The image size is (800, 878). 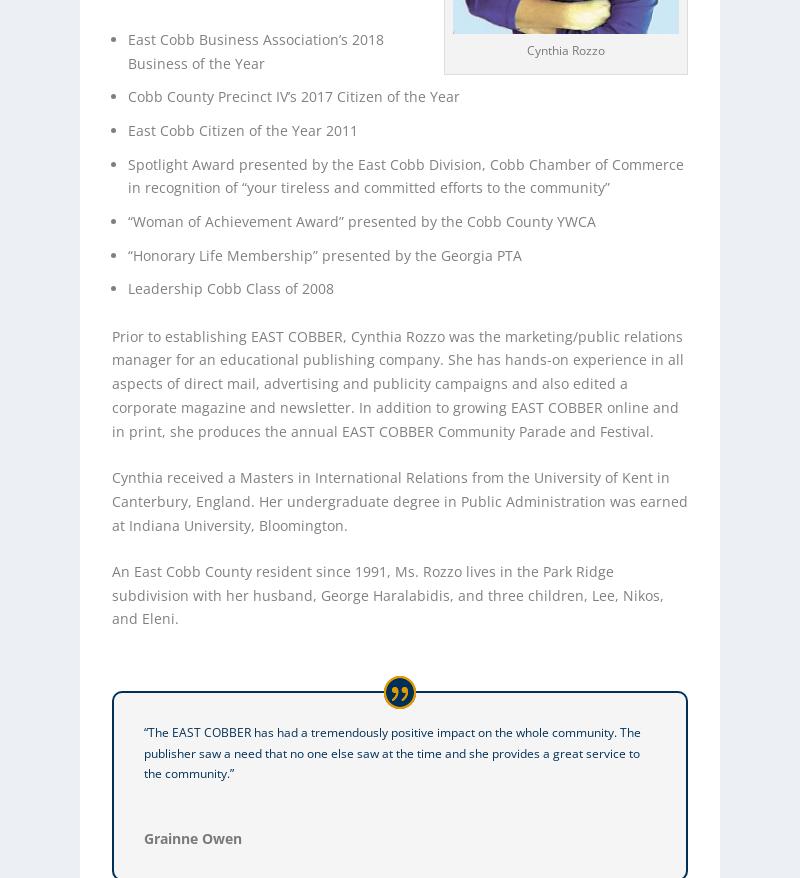 I want to click on 'Cynthia Rozzo', so click(x=566, y=49).